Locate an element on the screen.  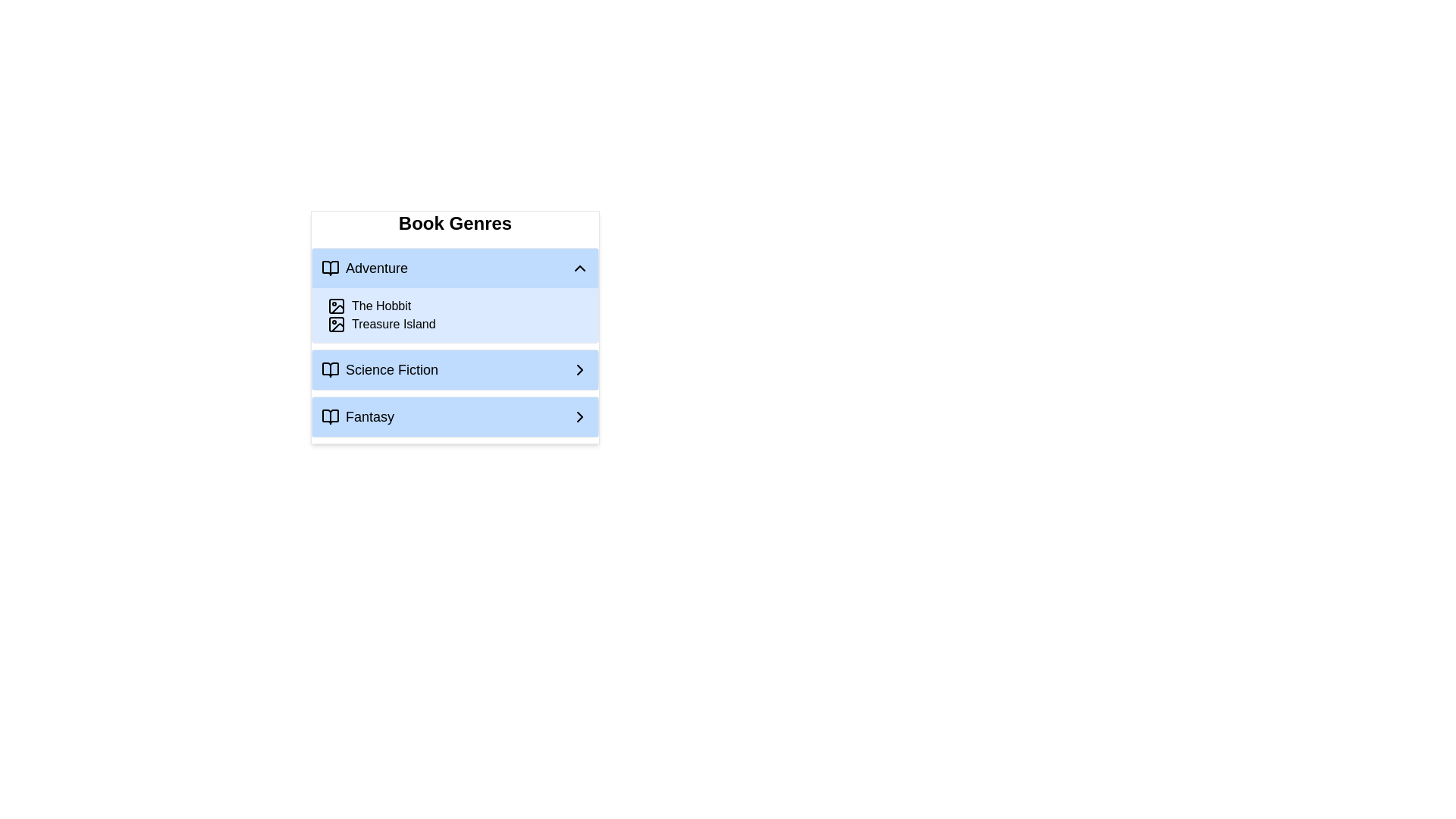
the right-facing chevron arrow icon associated with the 'Science Fiction' genre is located at coordinates (579, 417).